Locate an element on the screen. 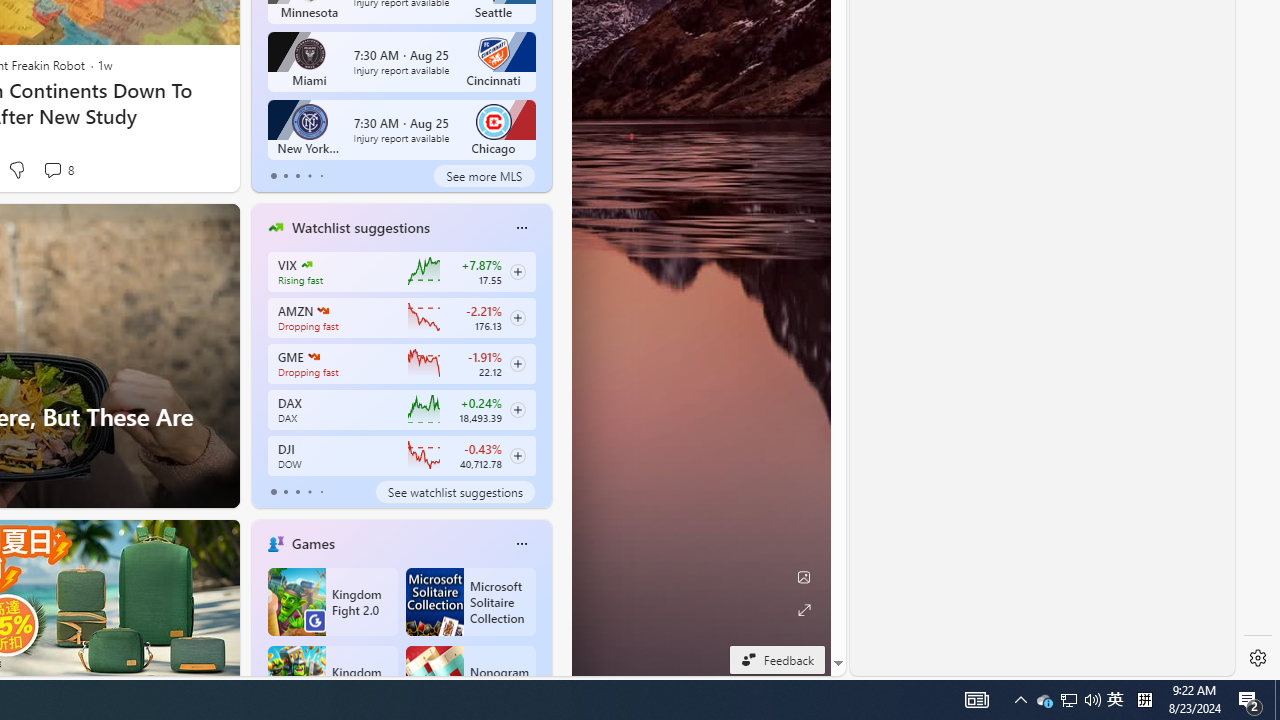 The width and height of the screenshot is (1280, 720). 'Edit Background' is located at coordinates (803, 577).